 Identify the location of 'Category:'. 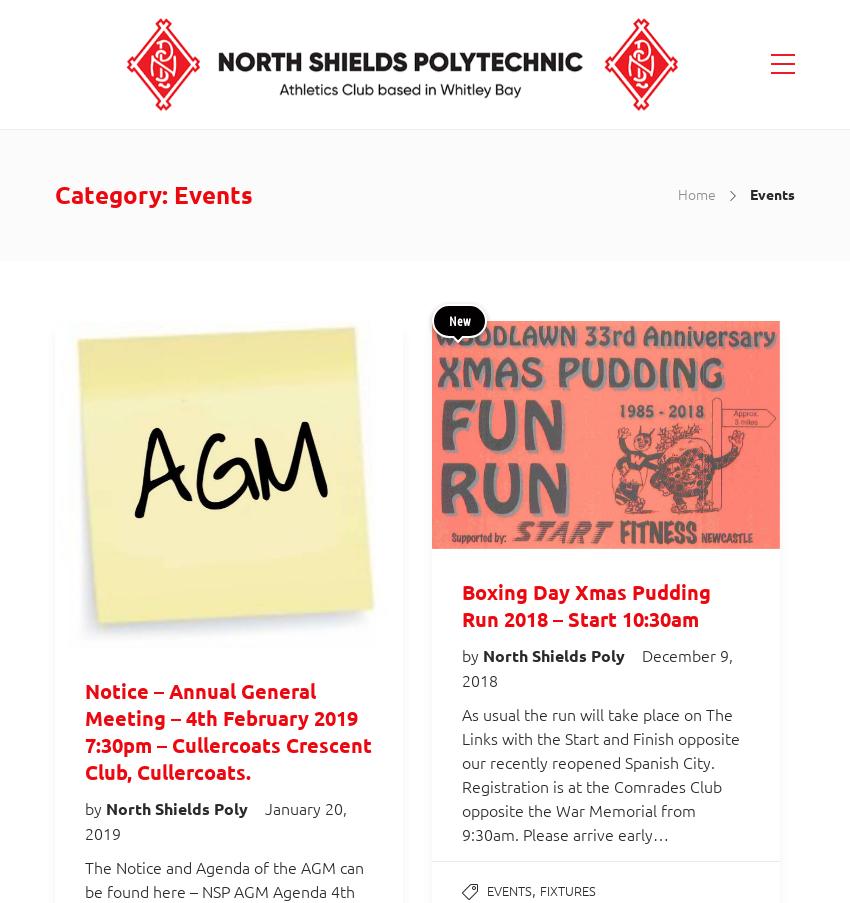
(54, 194).